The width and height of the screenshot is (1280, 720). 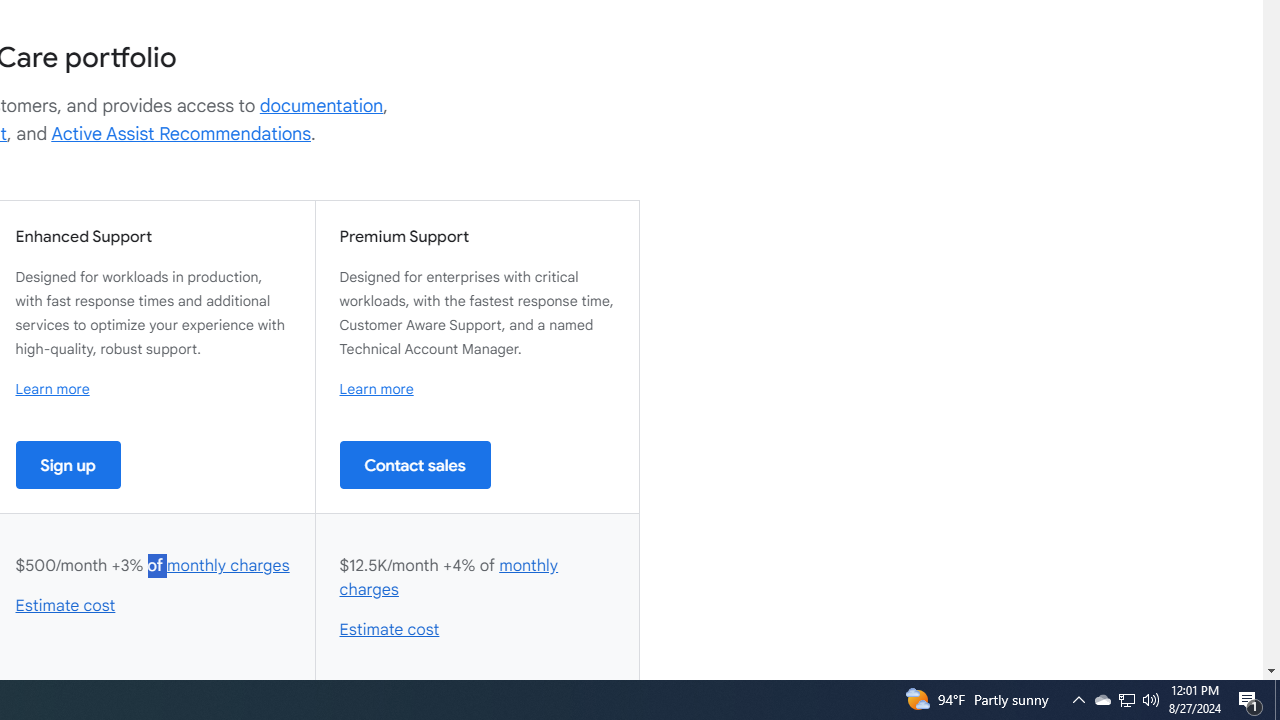 I want to click on 'documentation', so click(x=321, y=105).